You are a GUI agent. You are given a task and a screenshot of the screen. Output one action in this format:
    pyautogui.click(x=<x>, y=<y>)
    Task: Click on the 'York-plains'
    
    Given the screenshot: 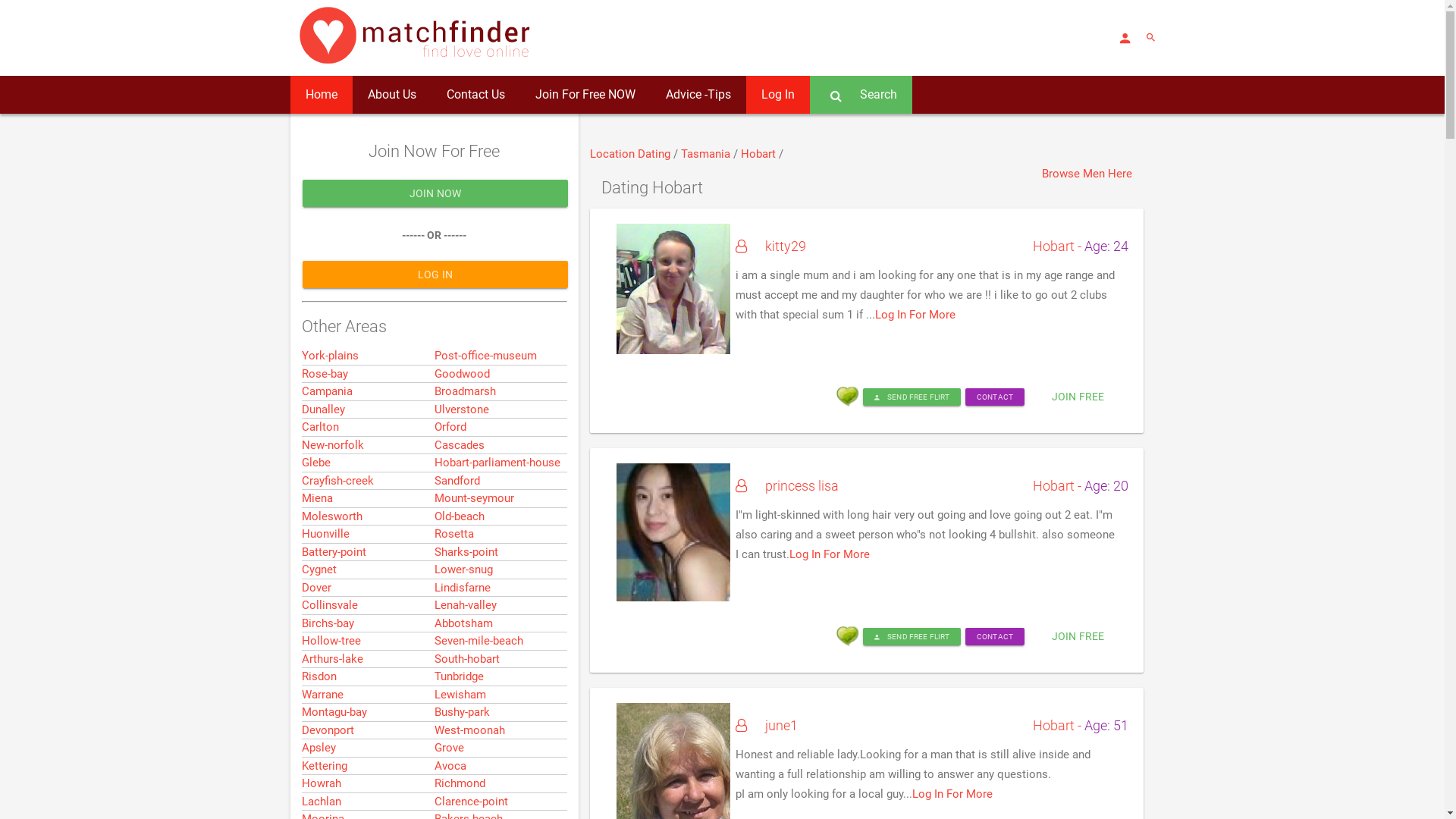 What is the action you would take?
    pyautogui.click(x=329, y=356)
    